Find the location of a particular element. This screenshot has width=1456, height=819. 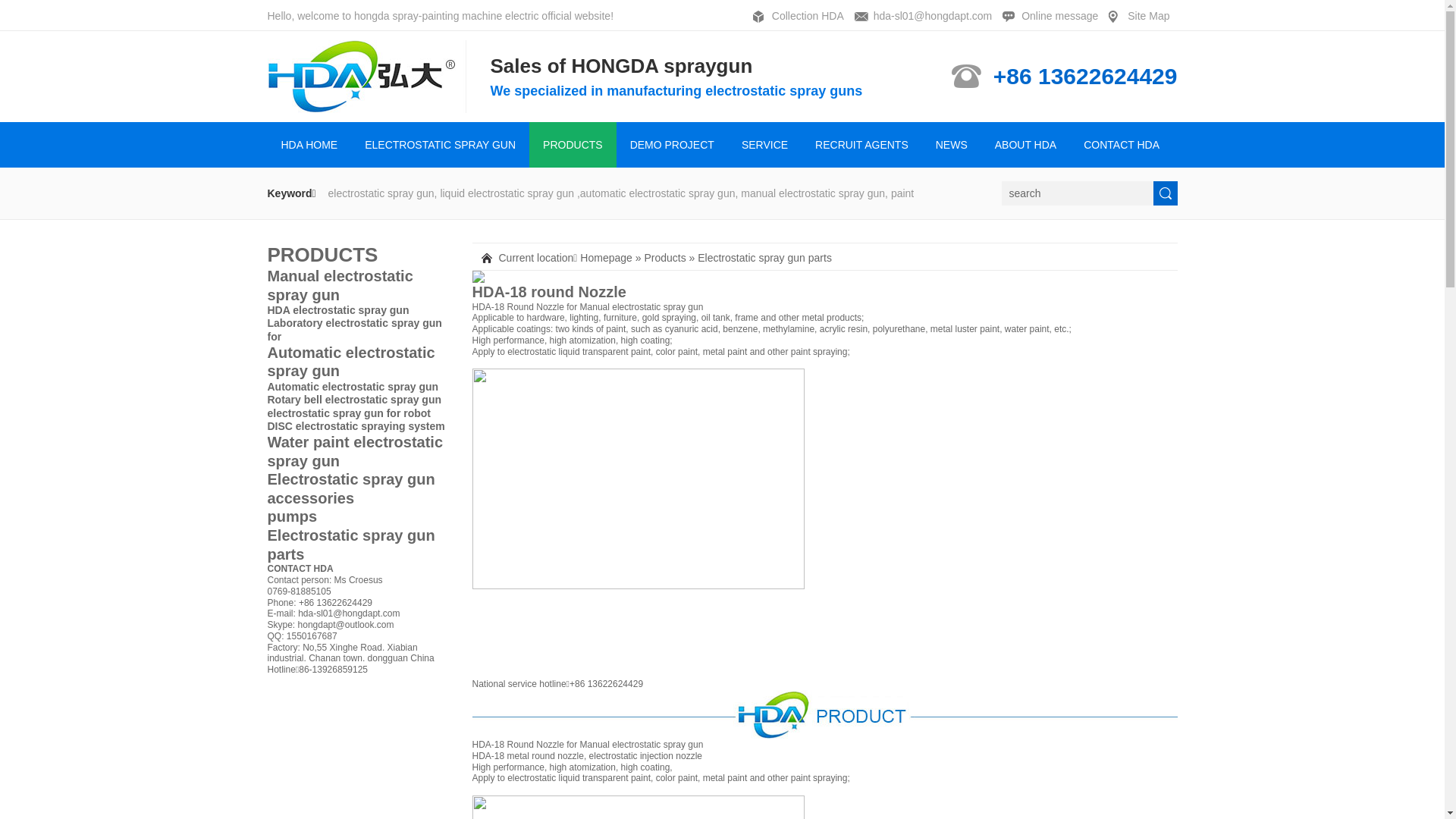

'Rotary bell electrostatic spray gun' is located at coordinates (353, 399).